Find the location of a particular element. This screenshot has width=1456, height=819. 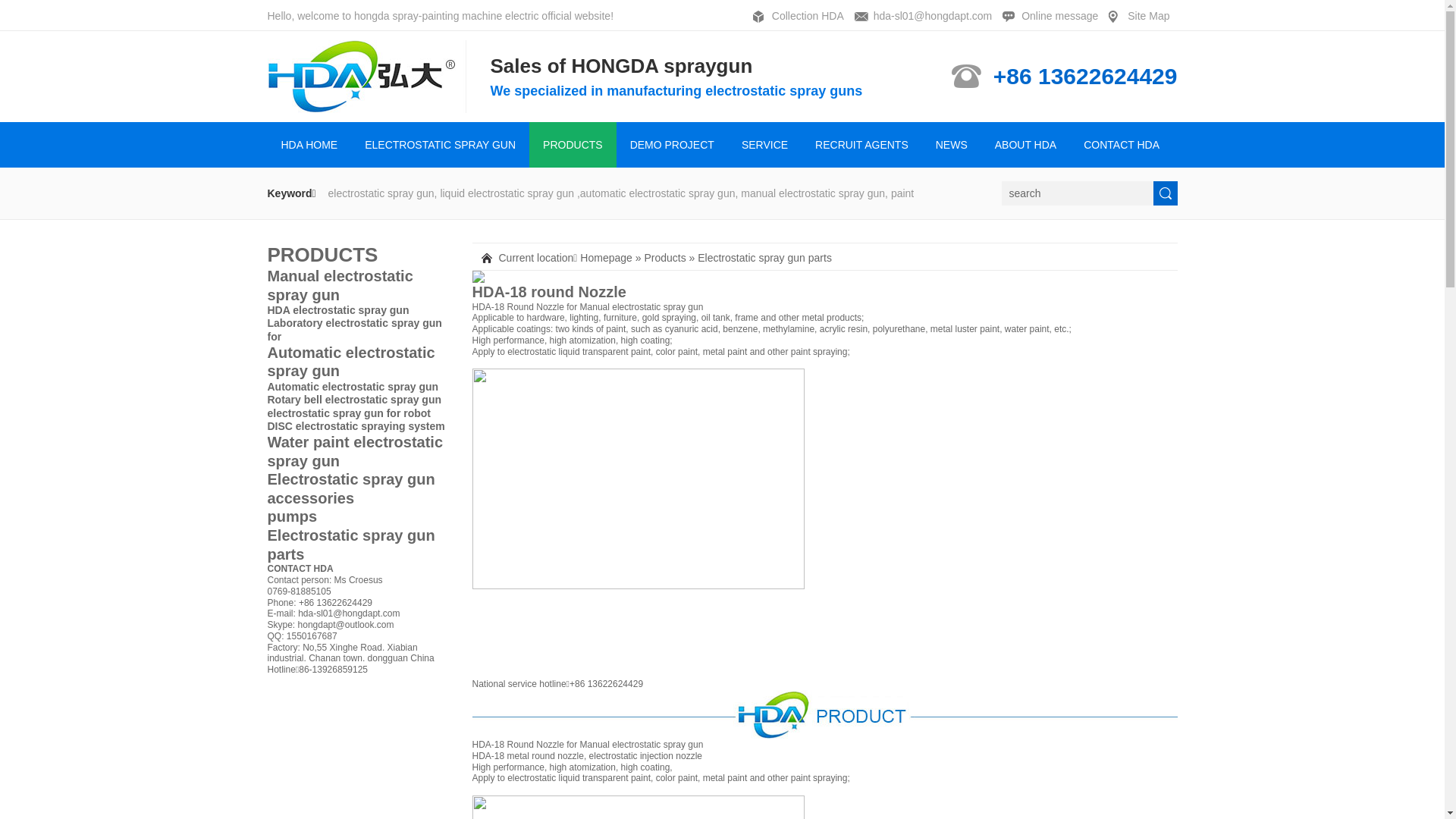

'Rotary bell electrostatic spray gun' is located at coordinates (353, 399).